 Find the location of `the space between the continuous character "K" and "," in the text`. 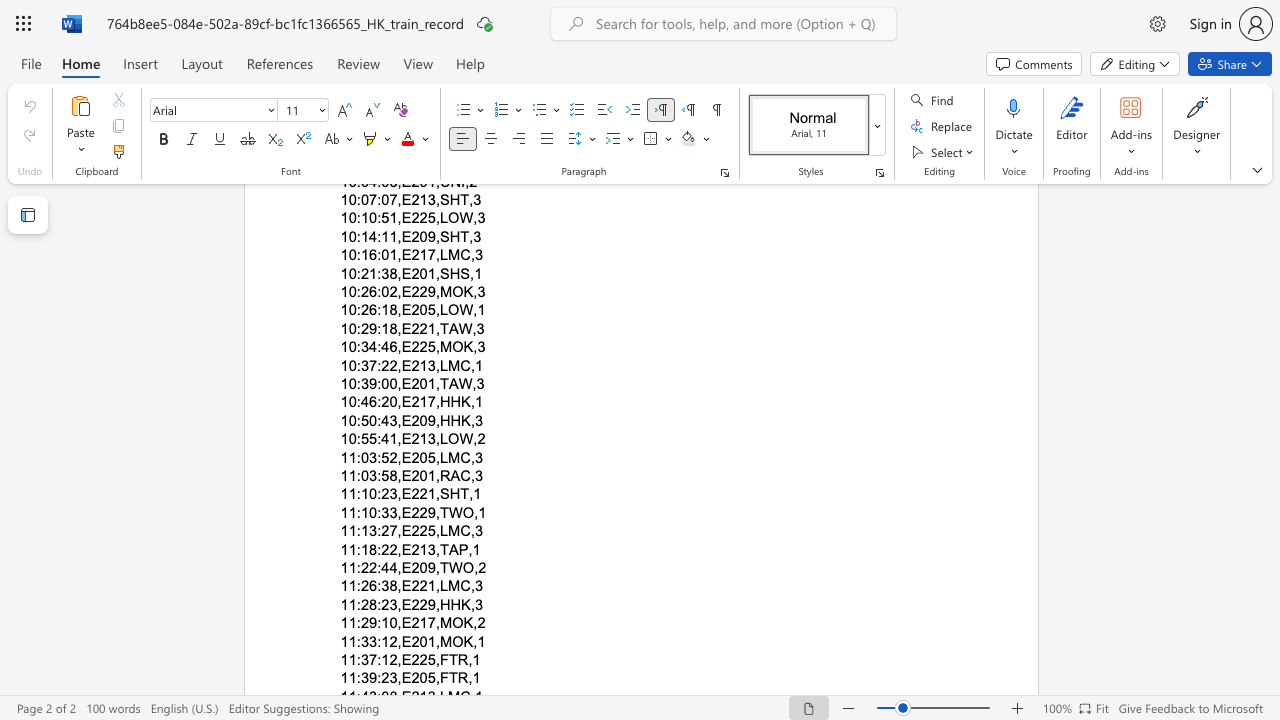

the space between the continuous character "K" and "," in the text is located at coordinates (470, 622).